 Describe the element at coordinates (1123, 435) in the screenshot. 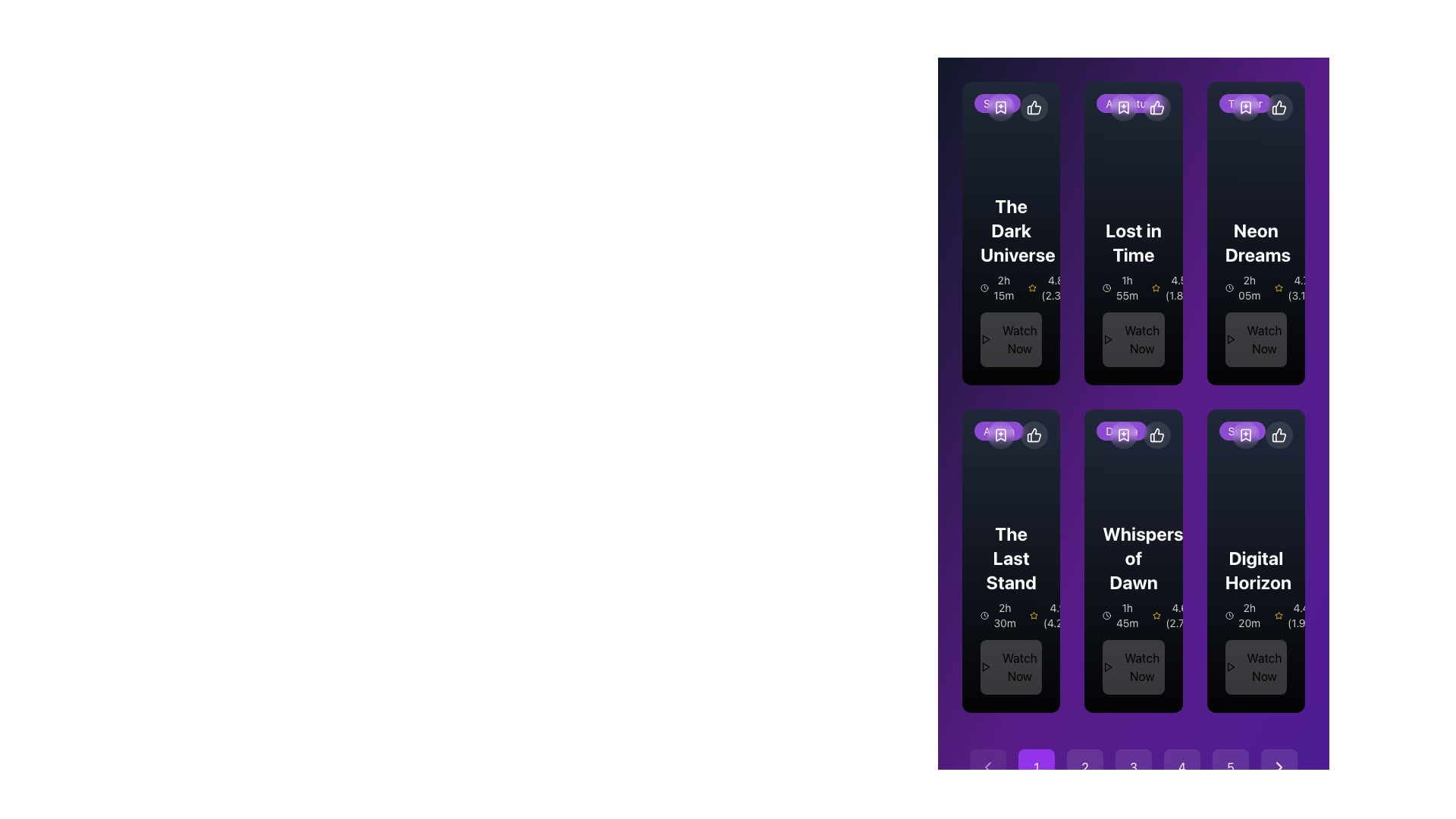

I see `the icon button located at the top section of the card titled 'Whispers of Dawn'` at that location.